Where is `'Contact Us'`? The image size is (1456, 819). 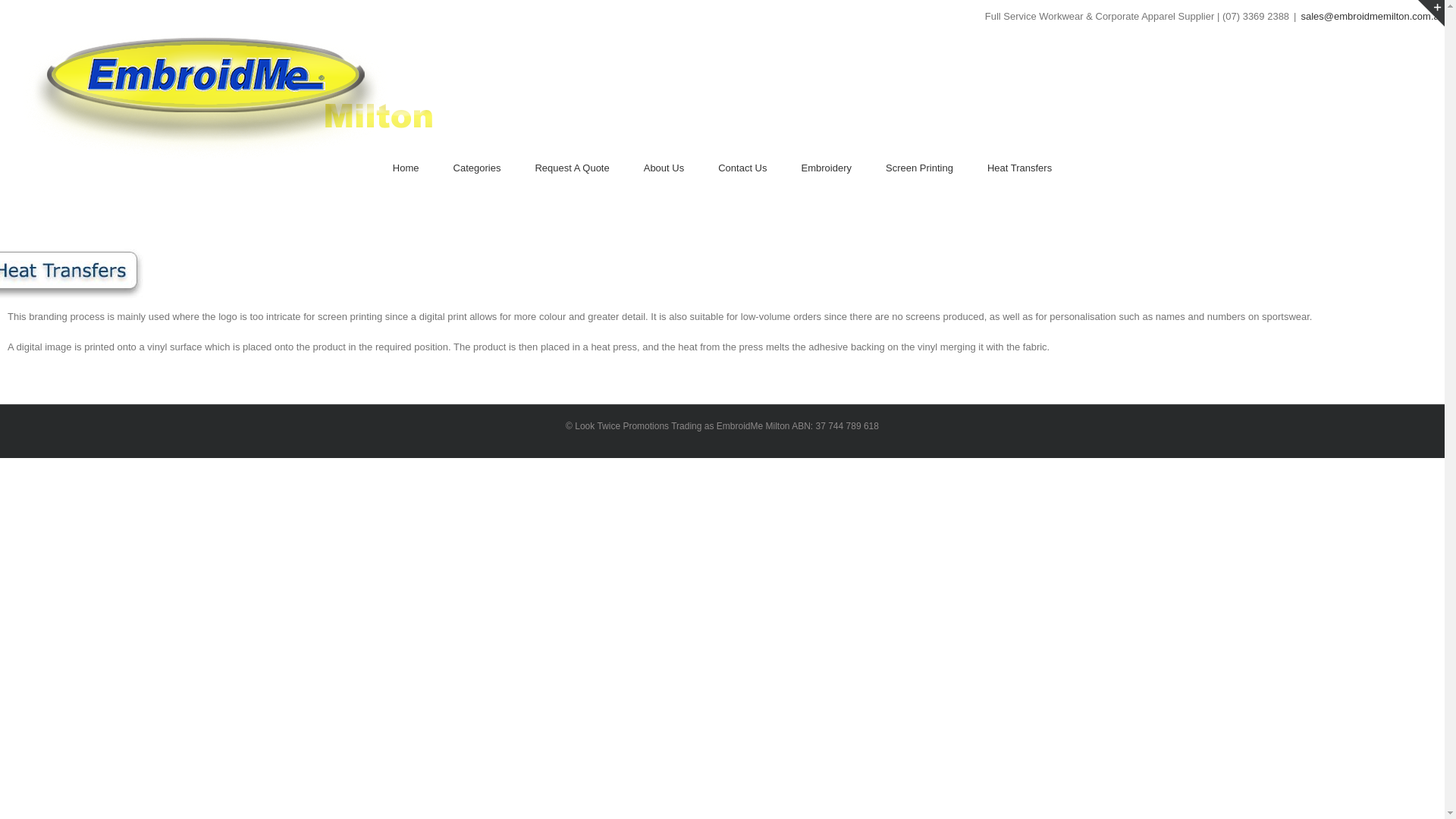 'Contact Us' is located at coordinates (717, 168).